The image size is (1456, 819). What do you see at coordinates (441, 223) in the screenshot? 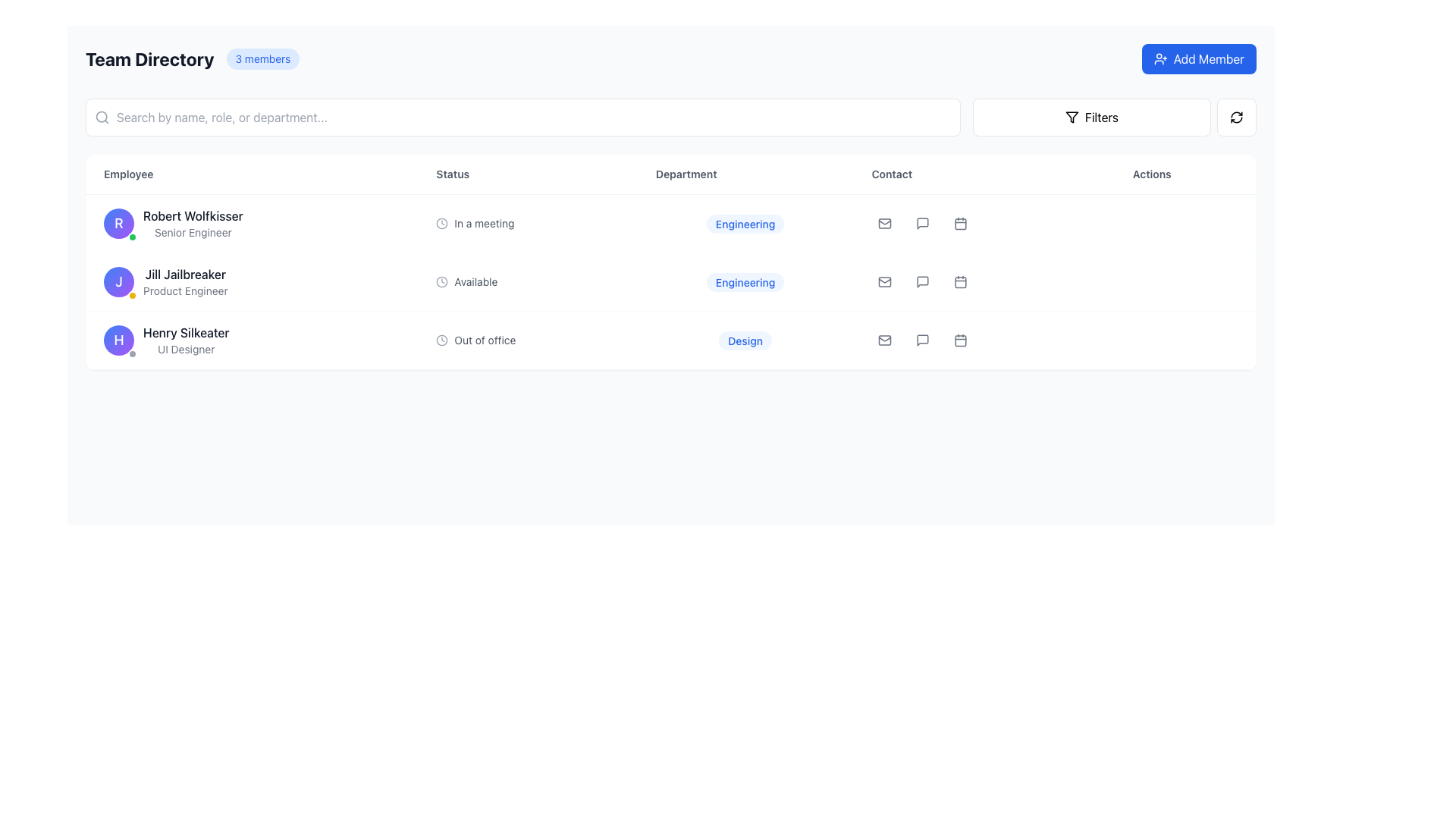
I see `the 'In a meeting' status icon located in the 'Status' column of the first row of the 'Team Directory' table, adjacent to the text 'In a meeting' for Robert Wolfkisser` at bounding box center [441, 223].